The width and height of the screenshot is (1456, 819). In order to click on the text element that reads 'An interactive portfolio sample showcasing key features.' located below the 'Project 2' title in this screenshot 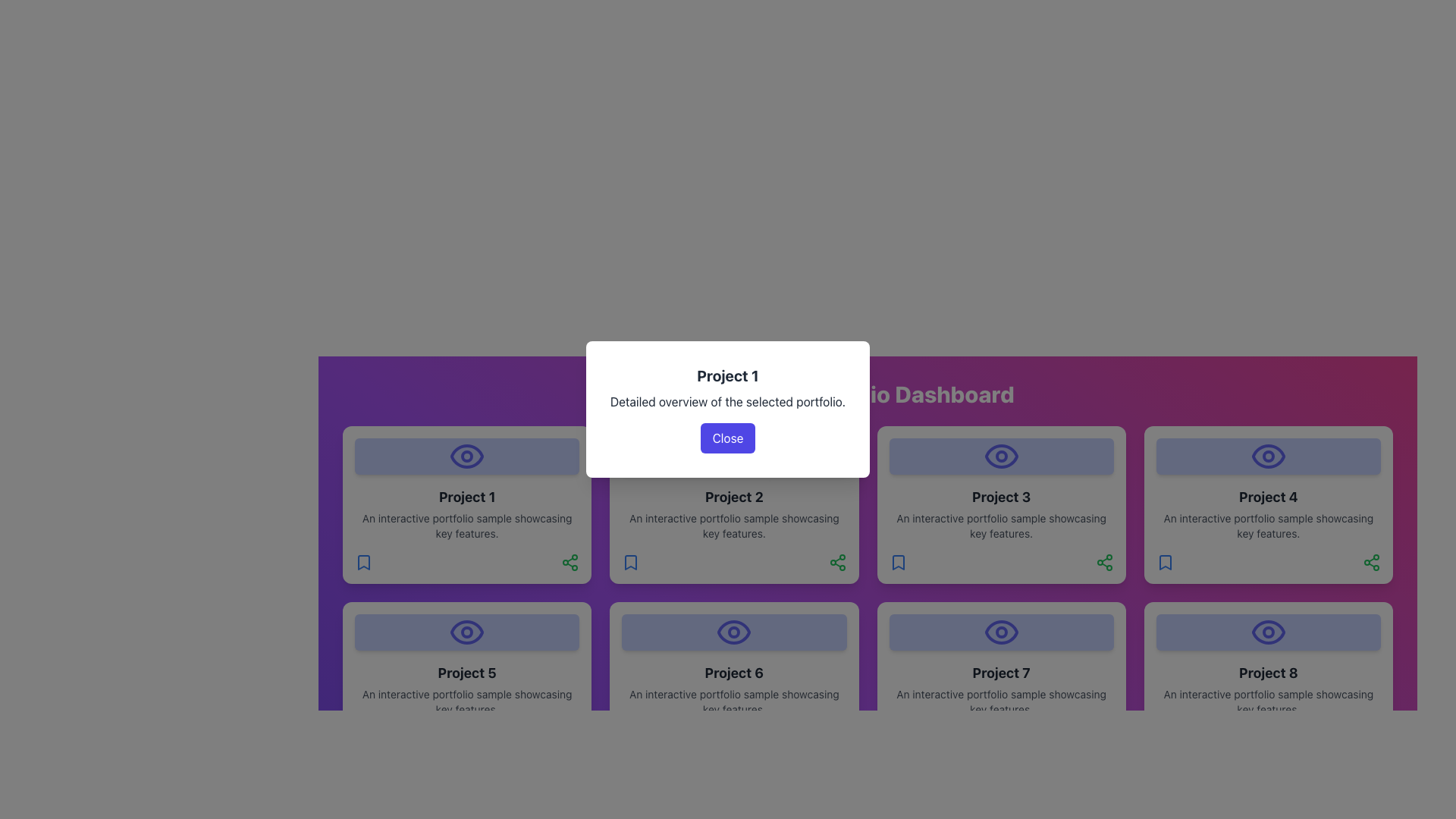, I will do `click(734, 526)`.